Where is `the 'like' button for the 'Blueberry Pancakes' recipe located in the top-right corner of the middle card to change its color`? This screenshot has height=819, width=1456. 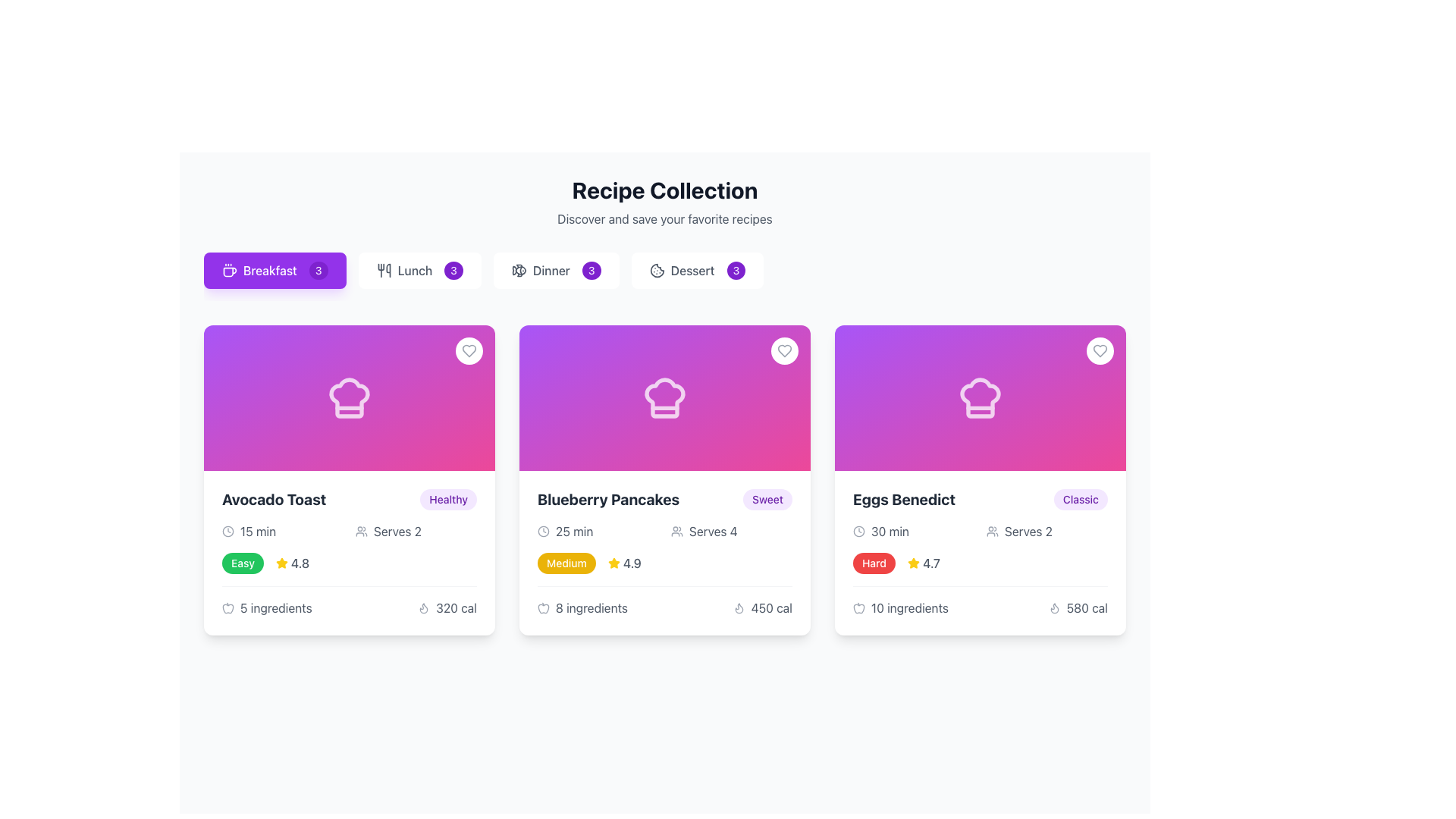 the 'like' button for the 'Blueberry Pancakes' recipe located in the top-right corner of the middle card to change its color is located at coordinates (785, 350).